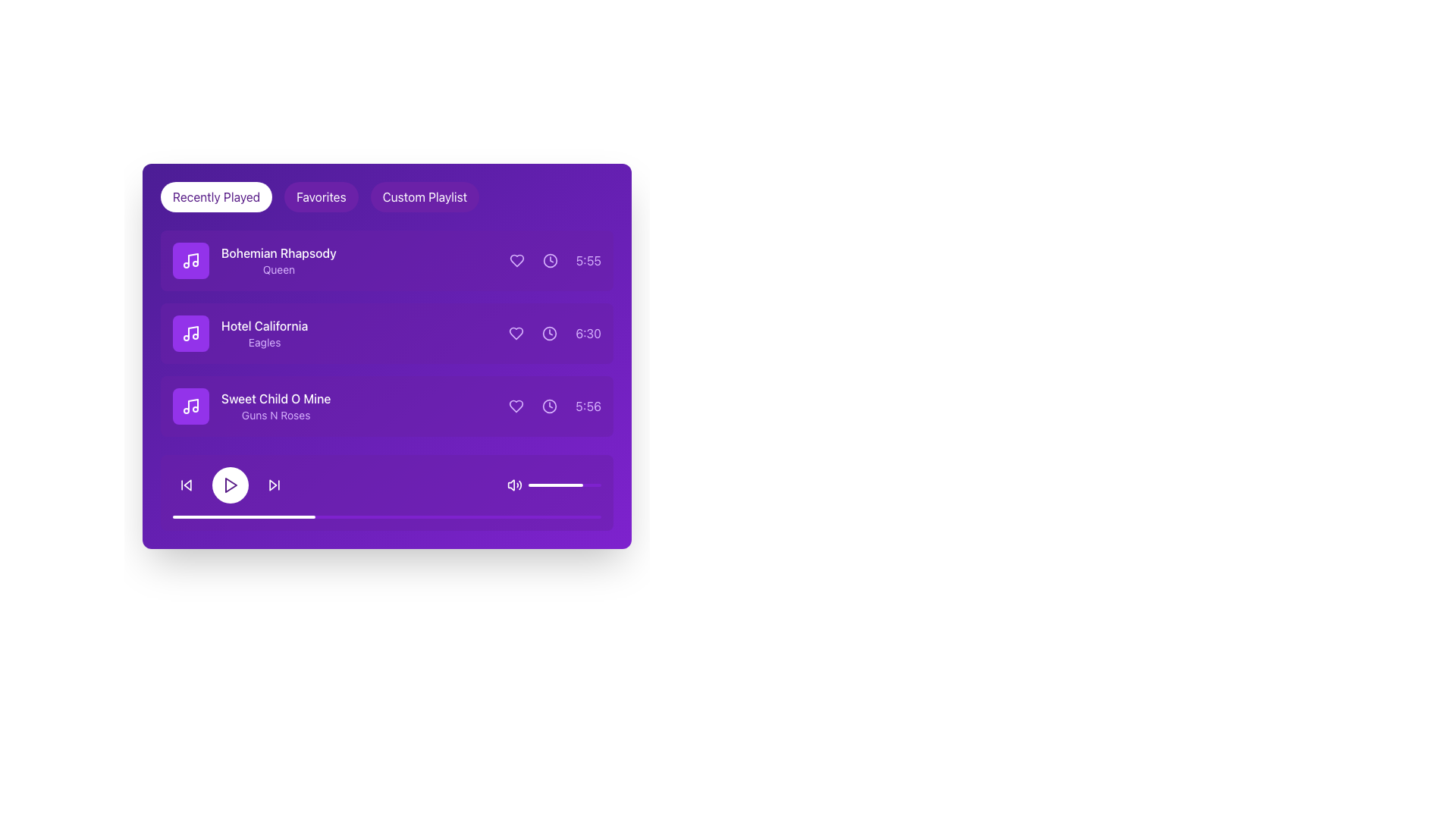 Image resolution: width=1456 pixels, height=819 pixels. Describe the element at coordinates (516, 332) in the screenshot. I see `the heart-shaped icon, which is the second icon in the list, located next to the song 'Hotel California'` at that location.